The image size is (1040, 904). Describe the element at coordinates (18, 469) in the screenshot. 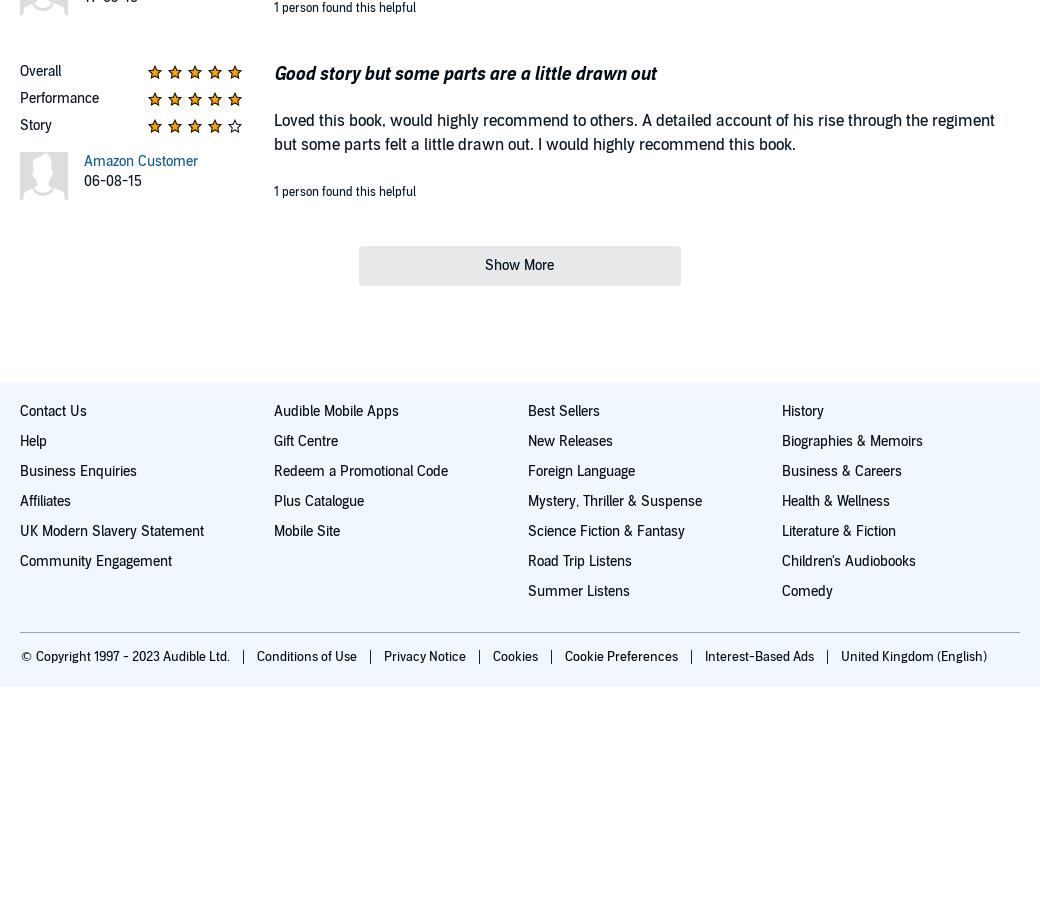

I see `'Business Enquiries'` at that location.